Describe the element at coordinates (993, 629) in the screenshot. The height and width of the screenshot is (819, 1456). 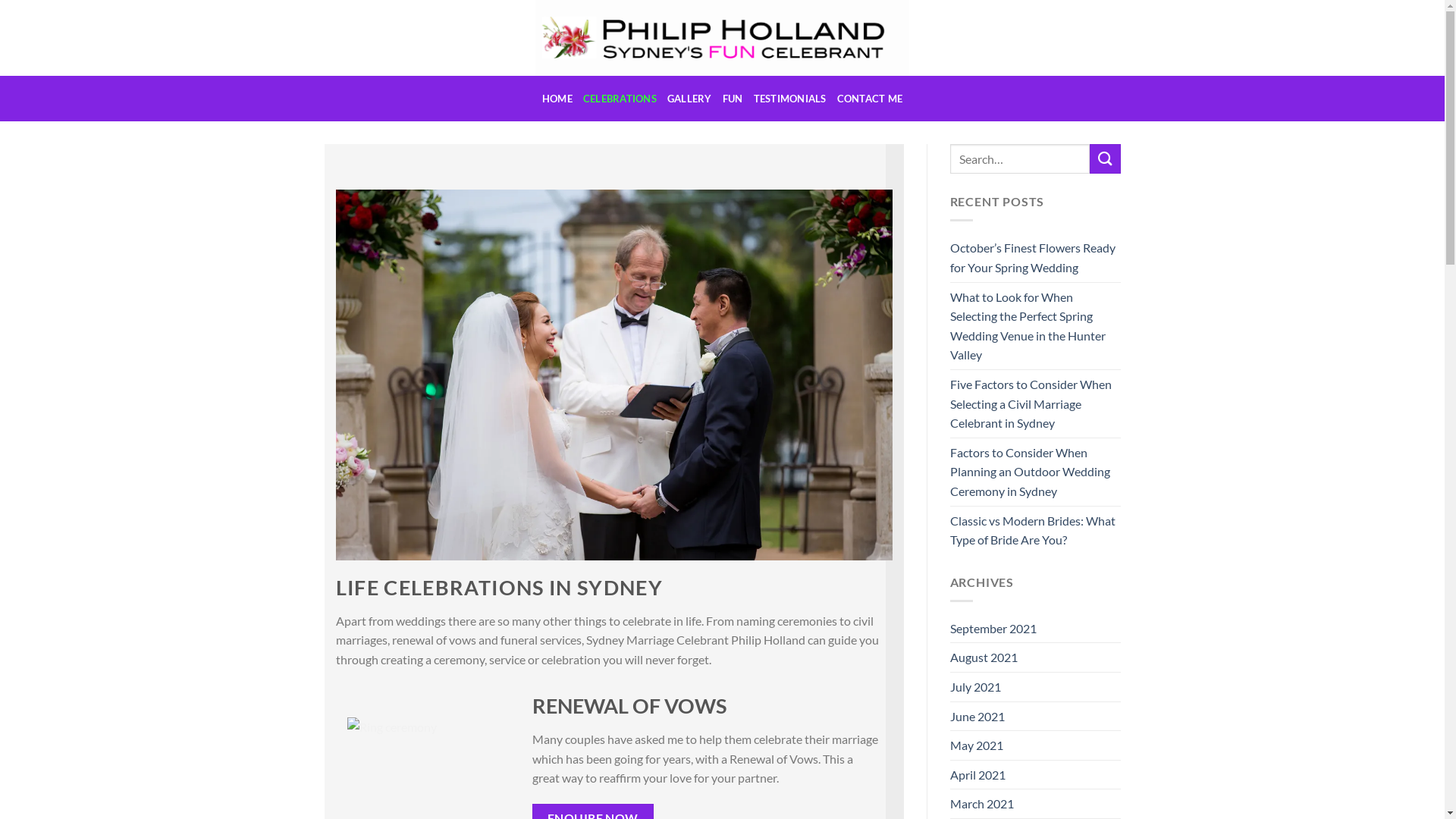
I see `'September 2021'` at that location.